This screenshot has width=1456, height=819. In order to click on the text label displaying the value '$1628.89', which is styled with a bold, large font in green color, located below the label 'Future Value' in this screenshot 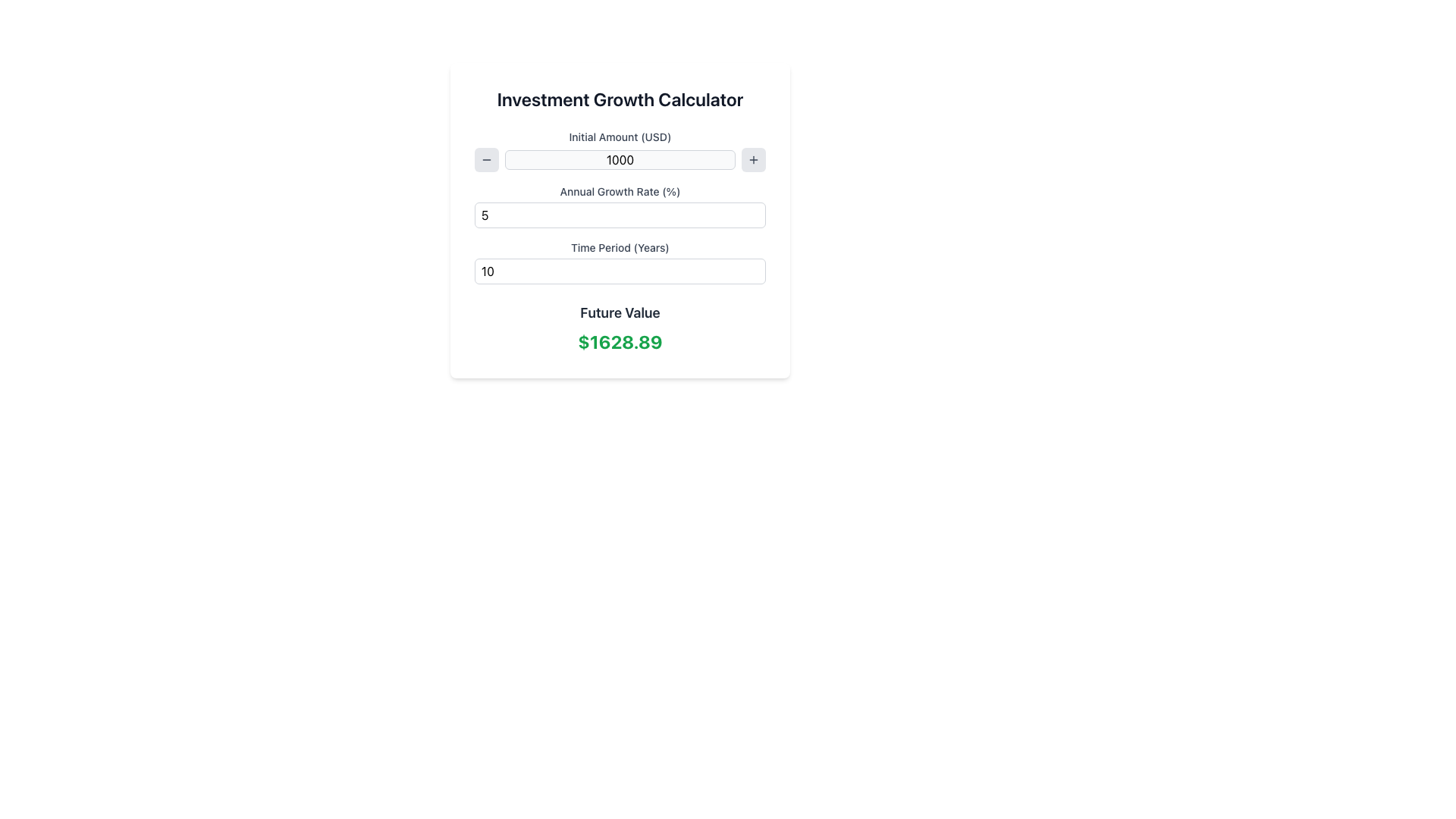, I will do `click(620, 342)`.